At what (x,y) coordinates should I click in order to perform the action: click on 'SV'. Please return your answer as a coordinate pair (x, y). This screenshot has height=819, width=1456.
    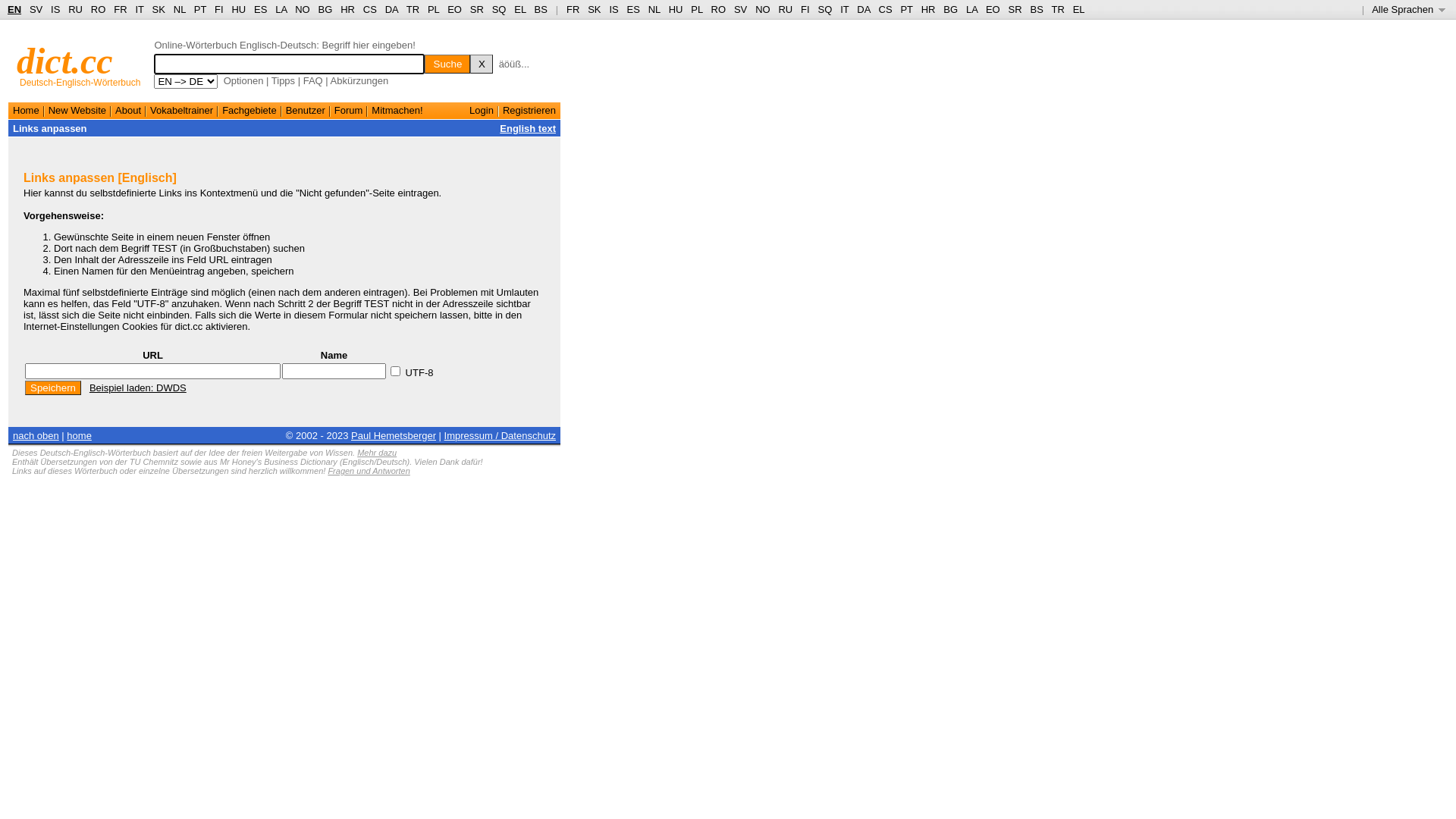
    Looking at the image, I should click on (740, 9).